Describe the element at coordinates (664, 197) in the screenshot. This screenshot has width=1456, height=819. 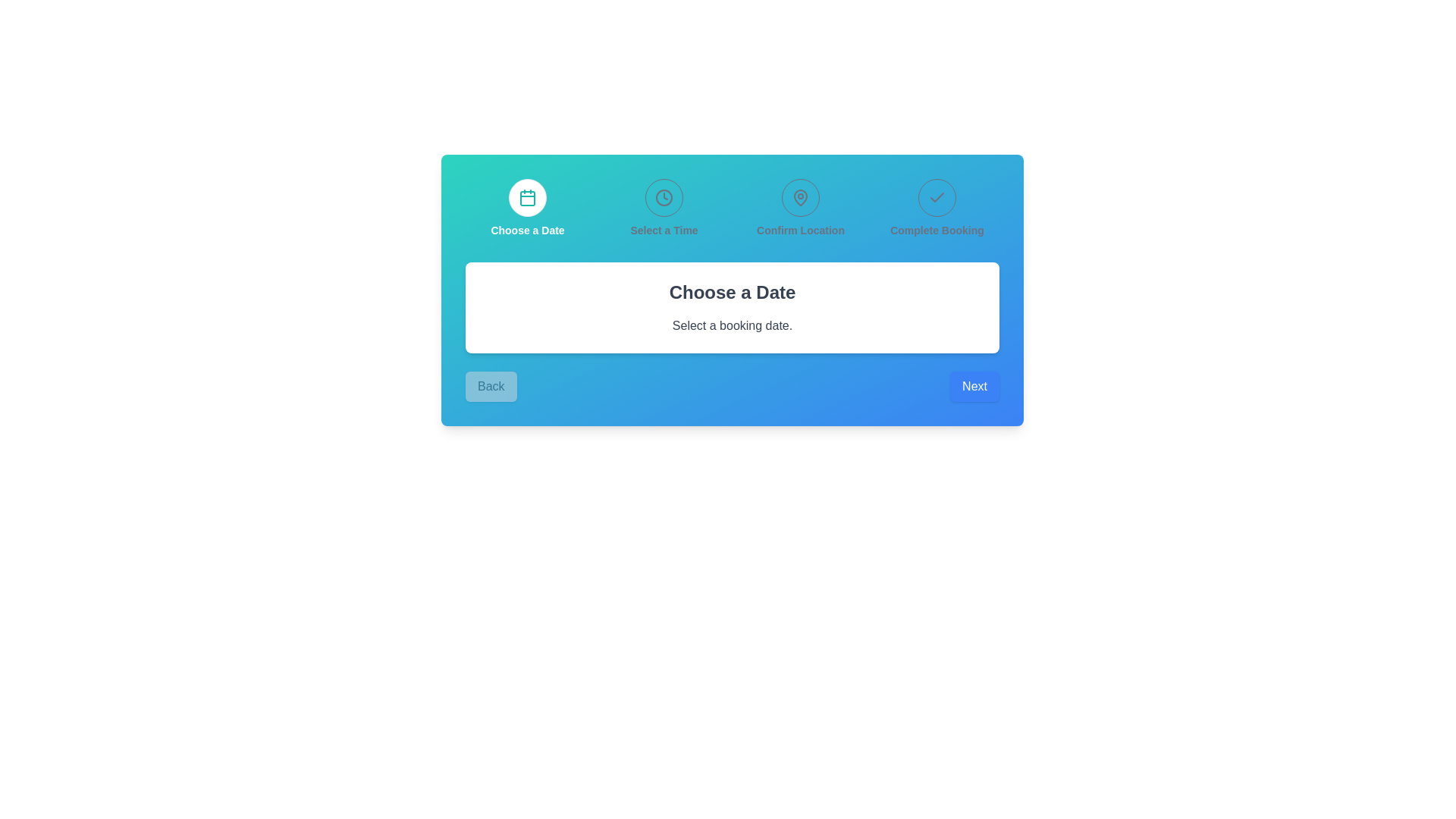
I see `the clock icon, which is the second in a sequence of four icons located under the 'Select a Time' label` at that location.